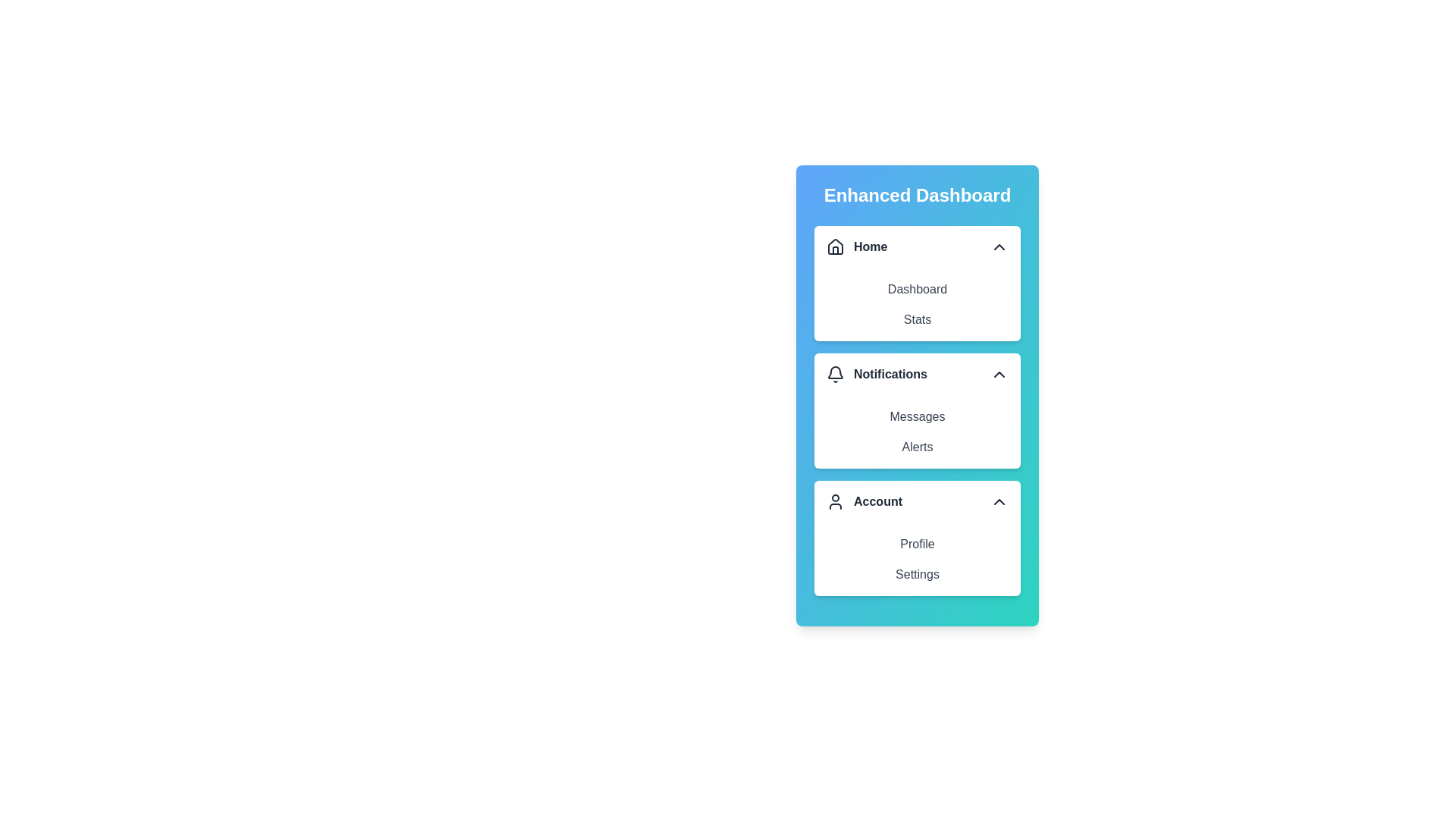  I want to click on the menu item Profile from the expanded section, so click(916, 543).